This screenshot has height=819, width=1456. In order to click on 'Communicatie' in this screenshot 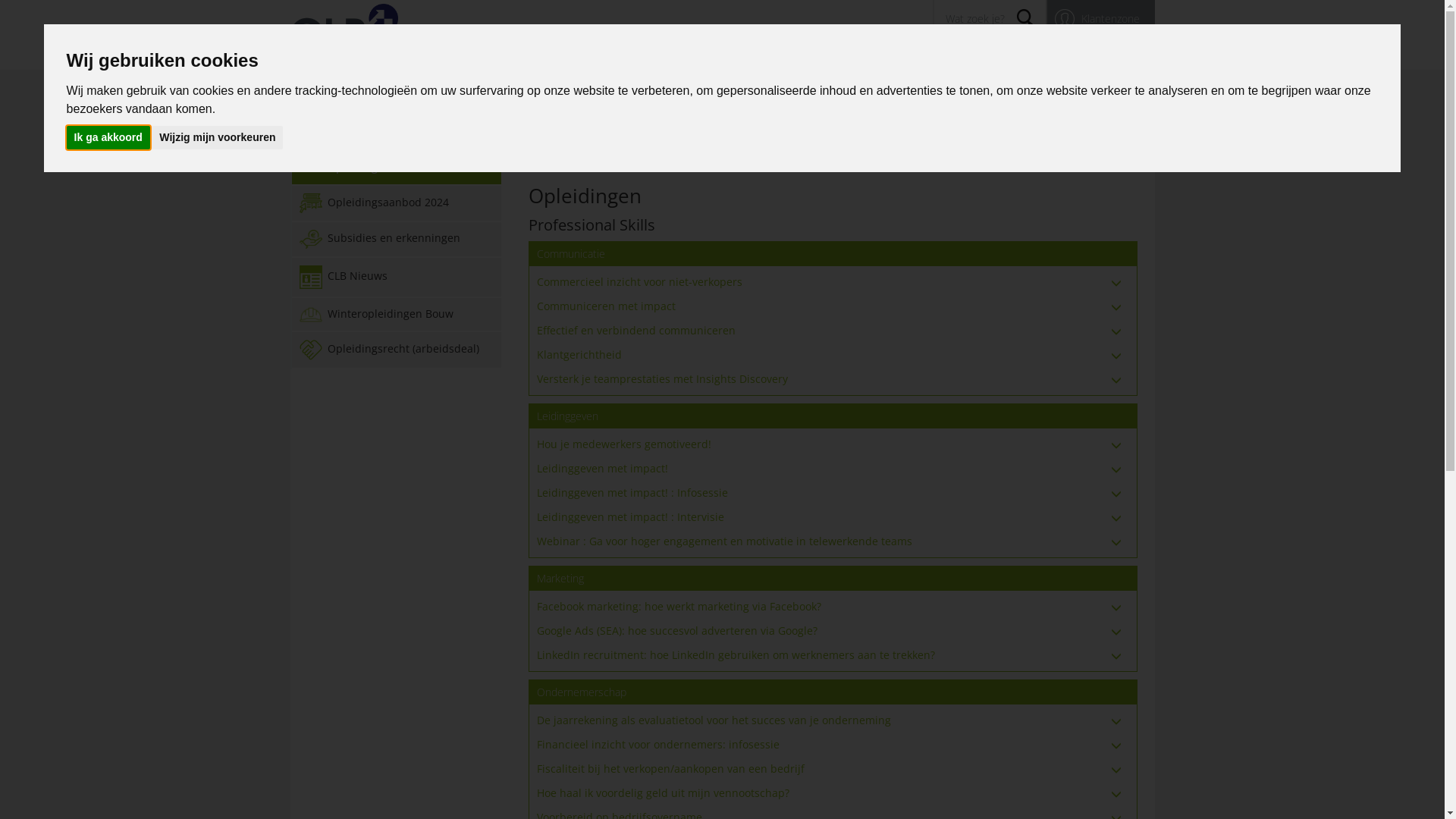, I will do `click(570, 253)`.